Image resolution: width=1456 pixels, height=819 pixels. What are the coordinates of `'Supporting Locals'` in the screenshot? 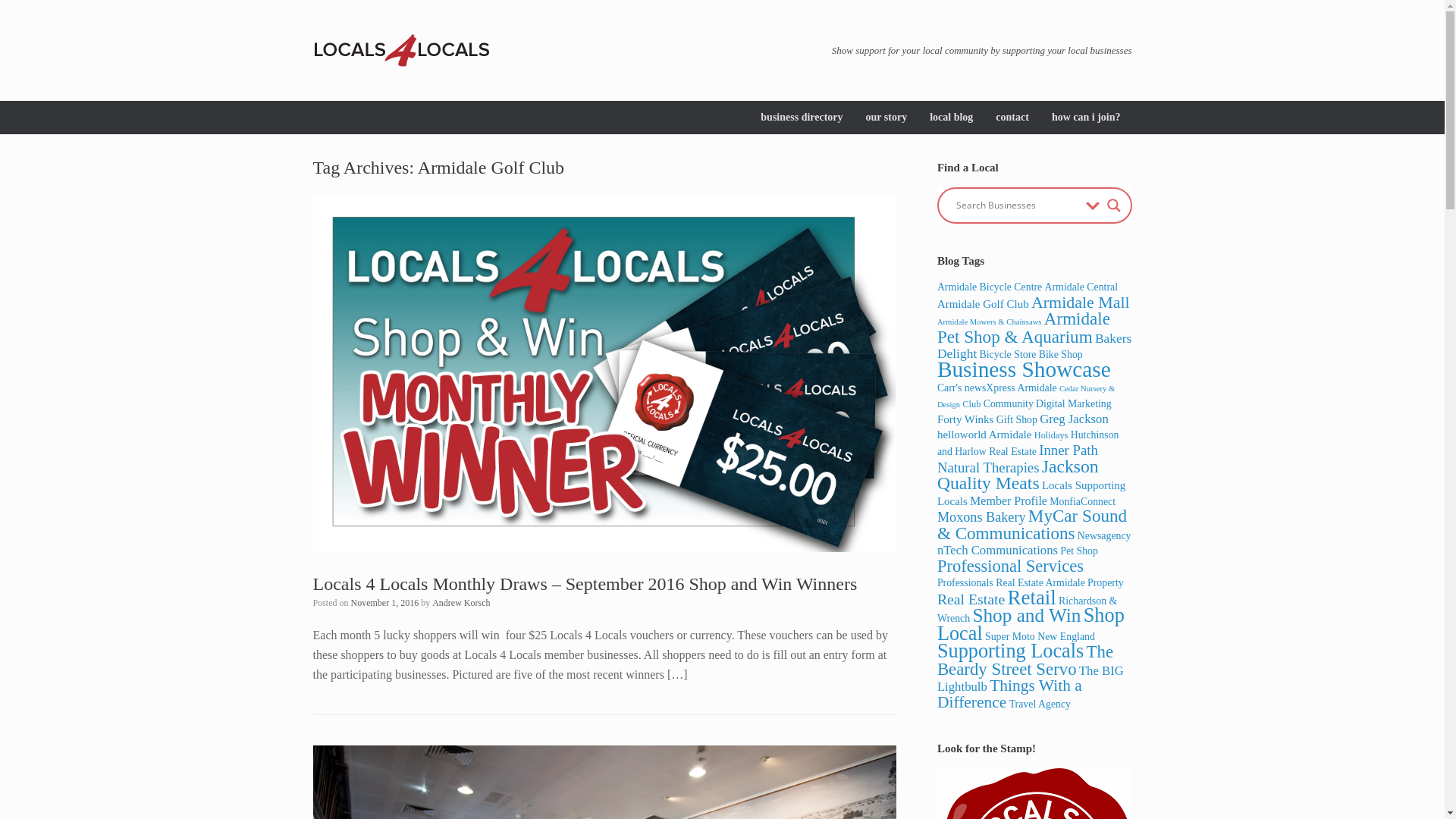 It's located at (1010, 650).